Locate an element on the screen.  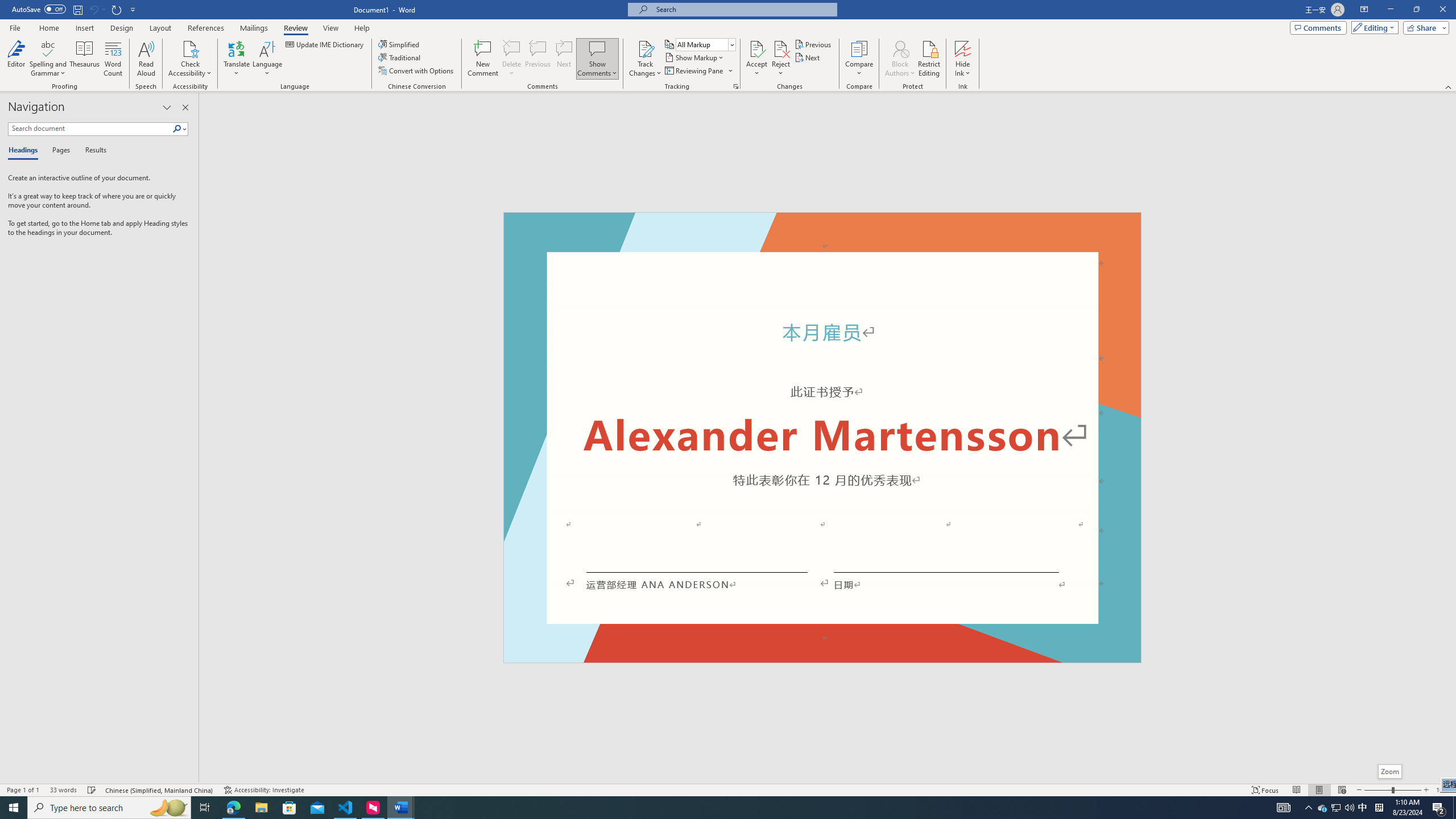
'Display for Review' is located at coordinates (705, 44).